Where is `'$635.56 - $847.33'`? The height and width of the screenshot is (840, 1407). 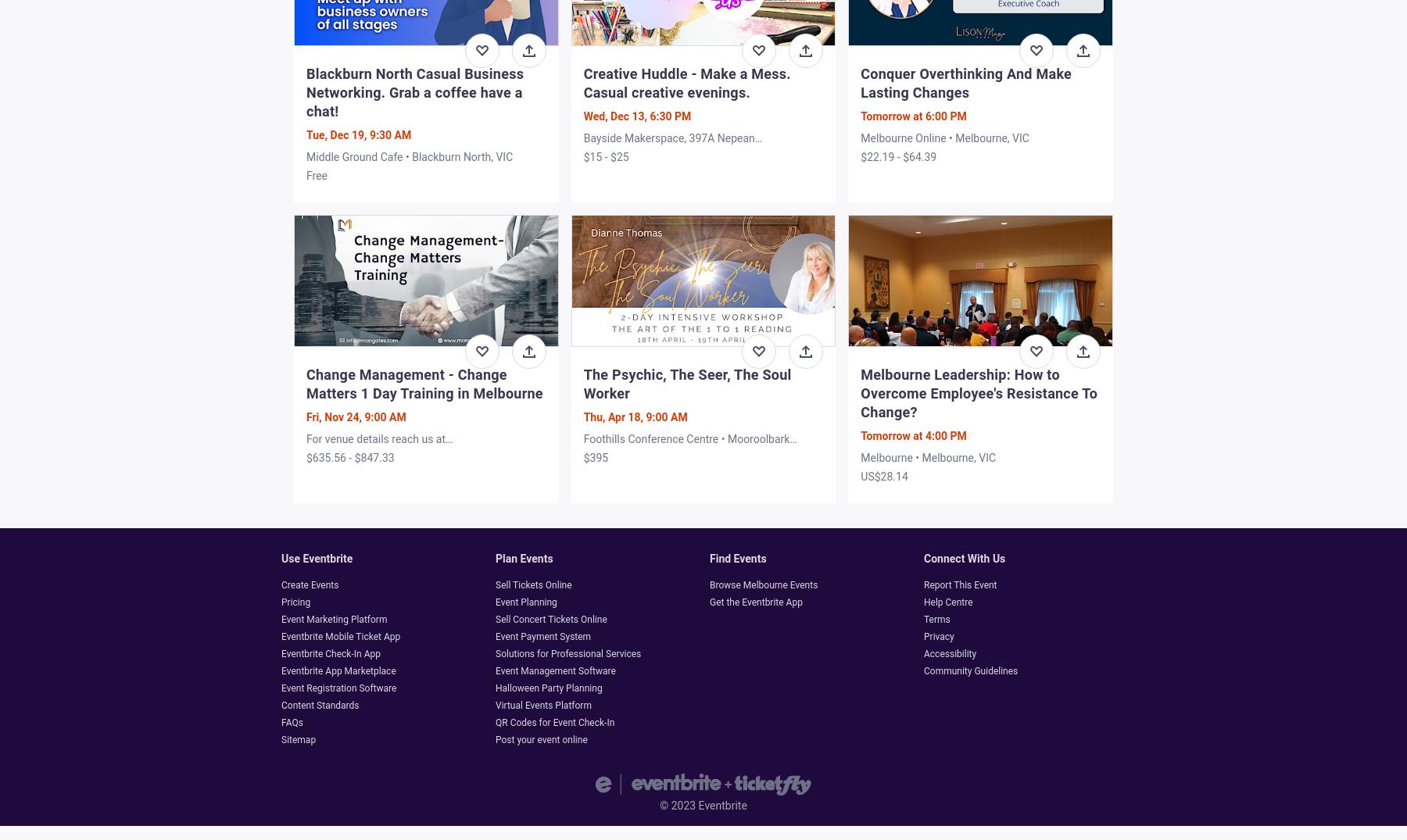
'$635.56 - $847.33' is located at coordinates (350, 457).